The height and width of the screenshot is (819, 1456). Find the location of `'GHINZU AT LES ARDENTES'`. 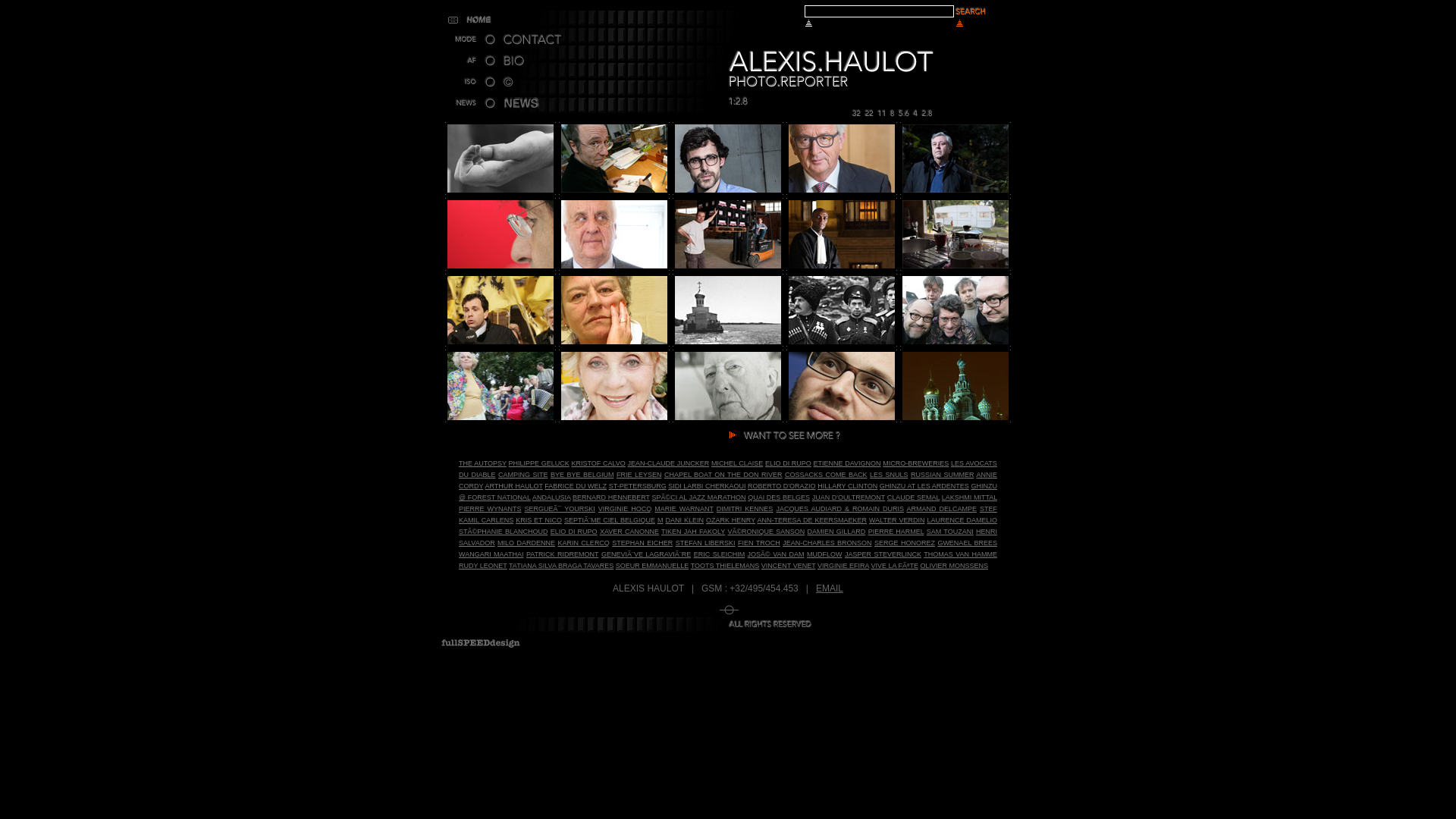

'GHINZU AT LES ARDENTES' is located at coordinates (924, 485).